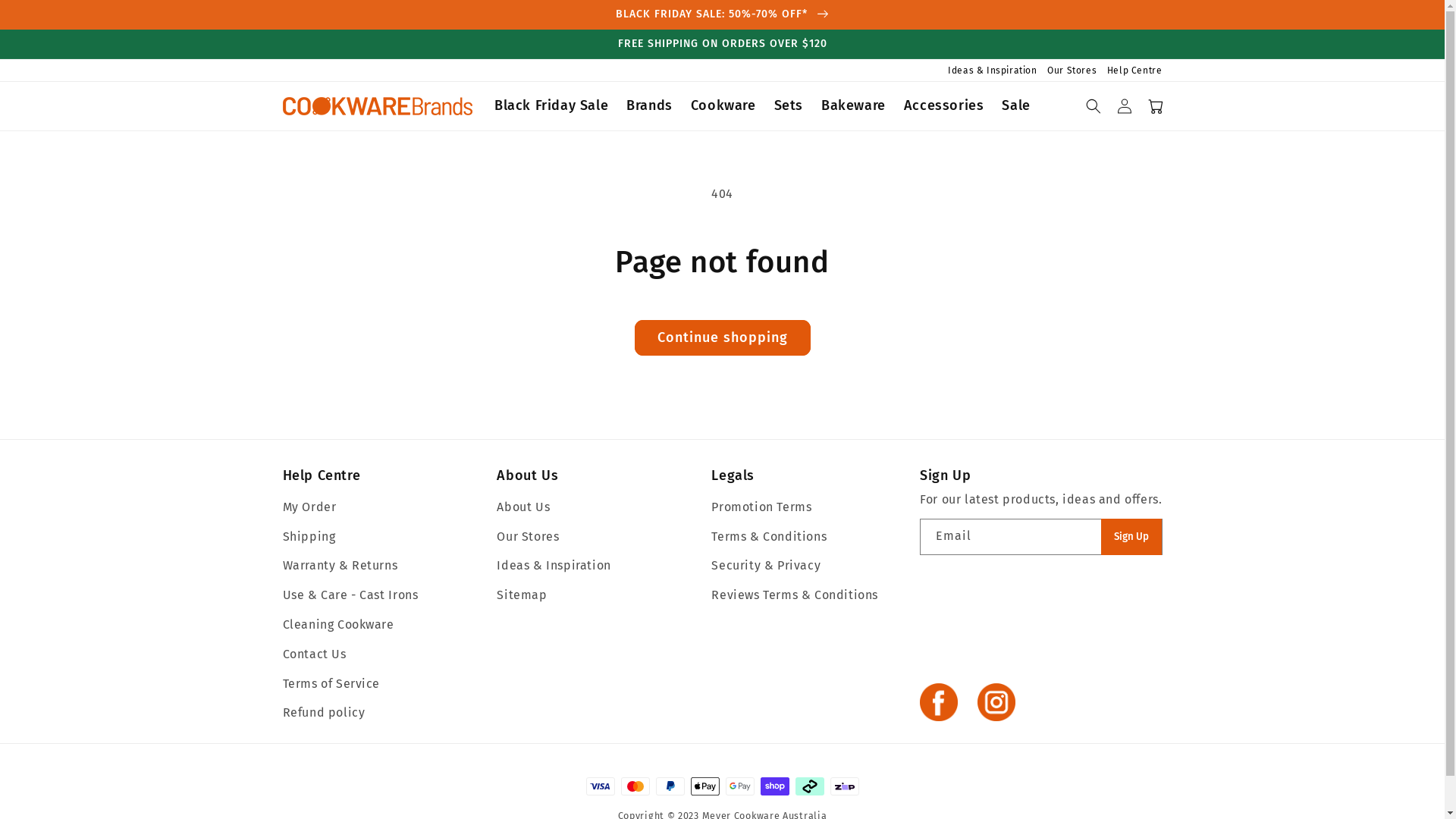  I want to click on 'Our Stores', so click(1068, 70).